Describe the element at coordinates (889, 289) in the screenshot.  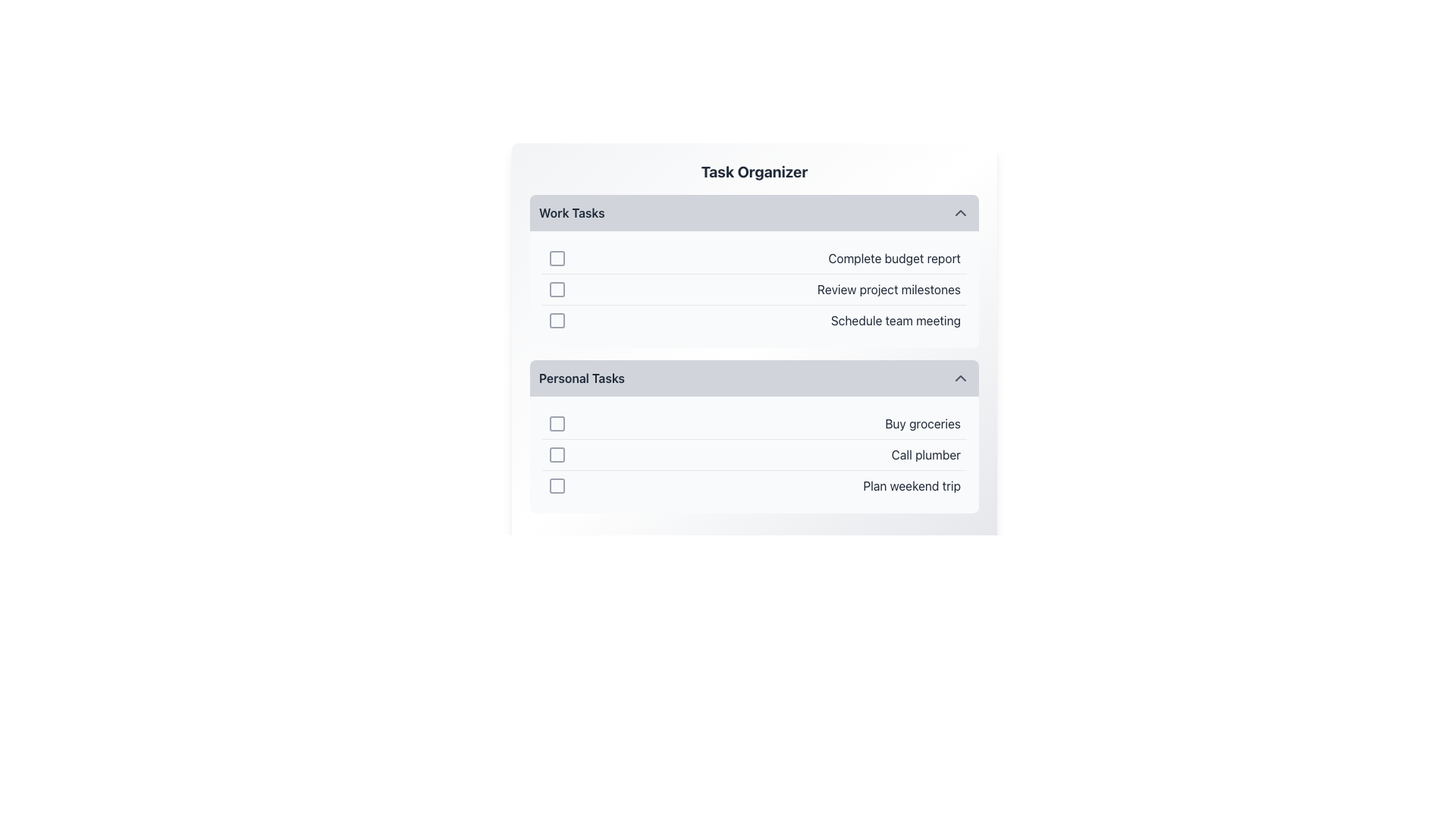
I see `the text label displaying 'Review project milestones' located in the middle right of the 'Work Tasks' section` at that location.